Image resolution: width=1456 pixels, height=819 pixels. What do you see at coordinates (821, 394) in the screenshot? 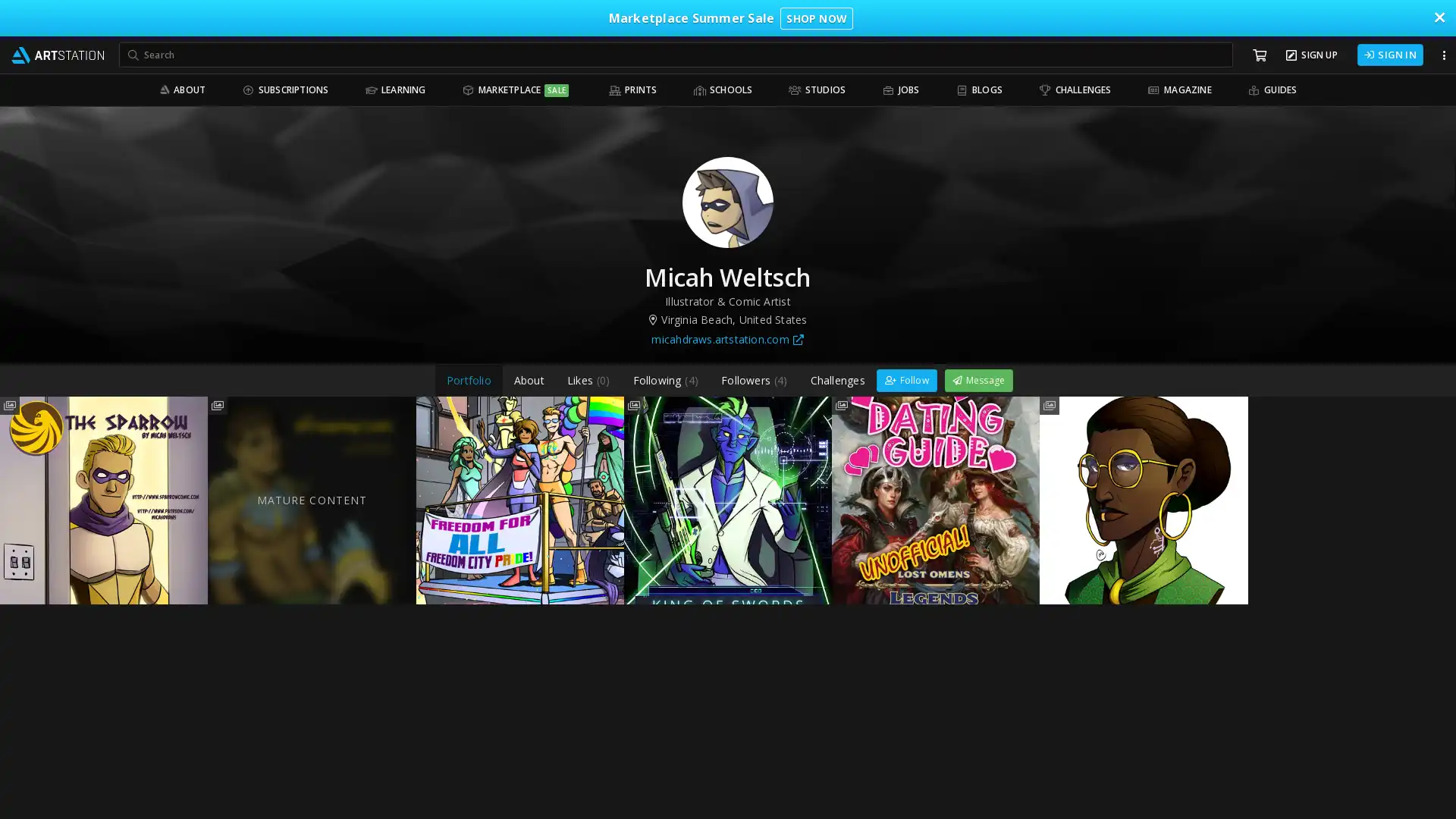
I see `Change to CAD $` at bounding box center [821, 394].